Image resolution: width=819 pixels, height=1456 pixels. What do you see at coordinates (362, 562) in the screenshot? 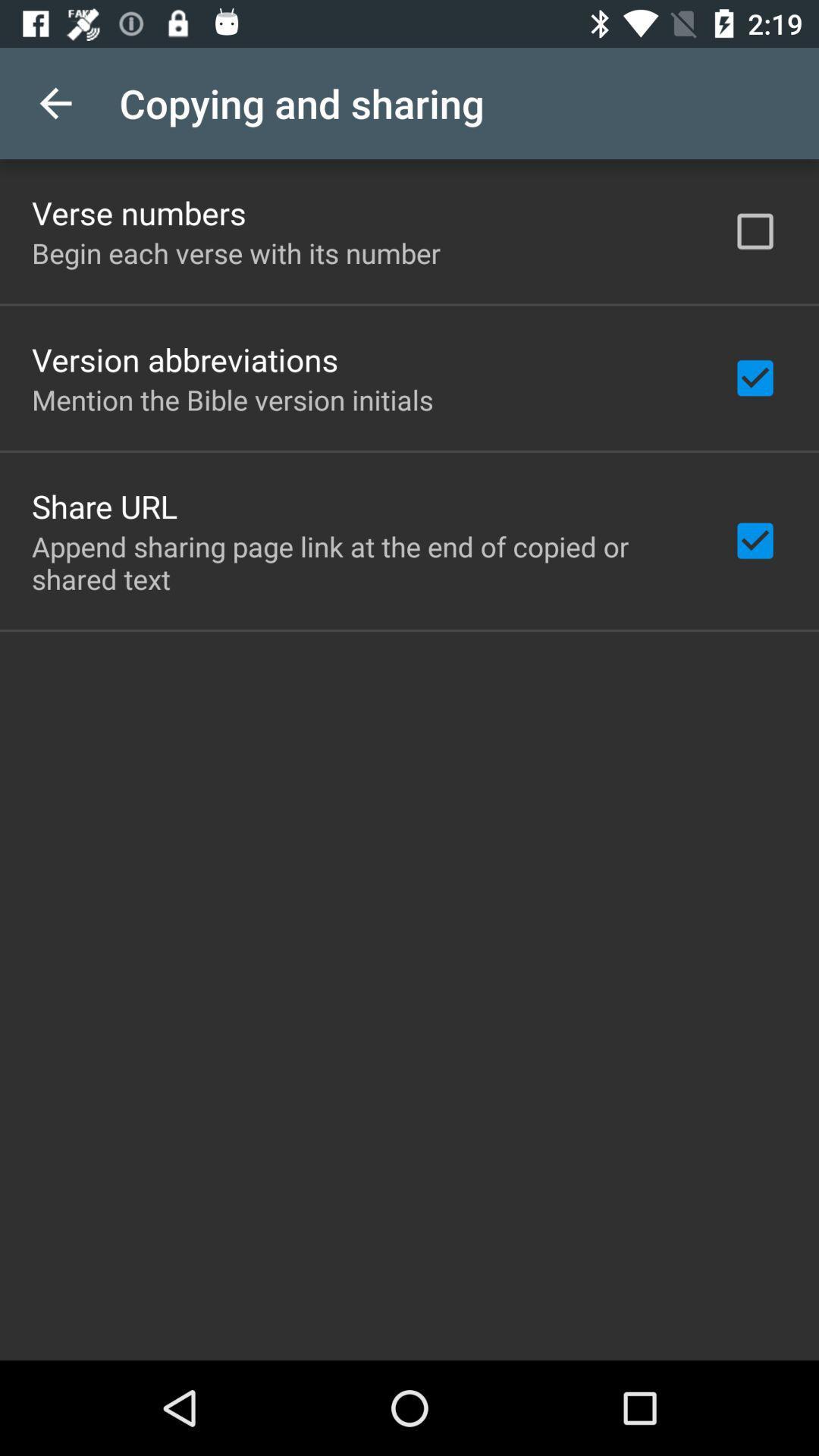
I see `item at the center` at bounding box center [362, 562].